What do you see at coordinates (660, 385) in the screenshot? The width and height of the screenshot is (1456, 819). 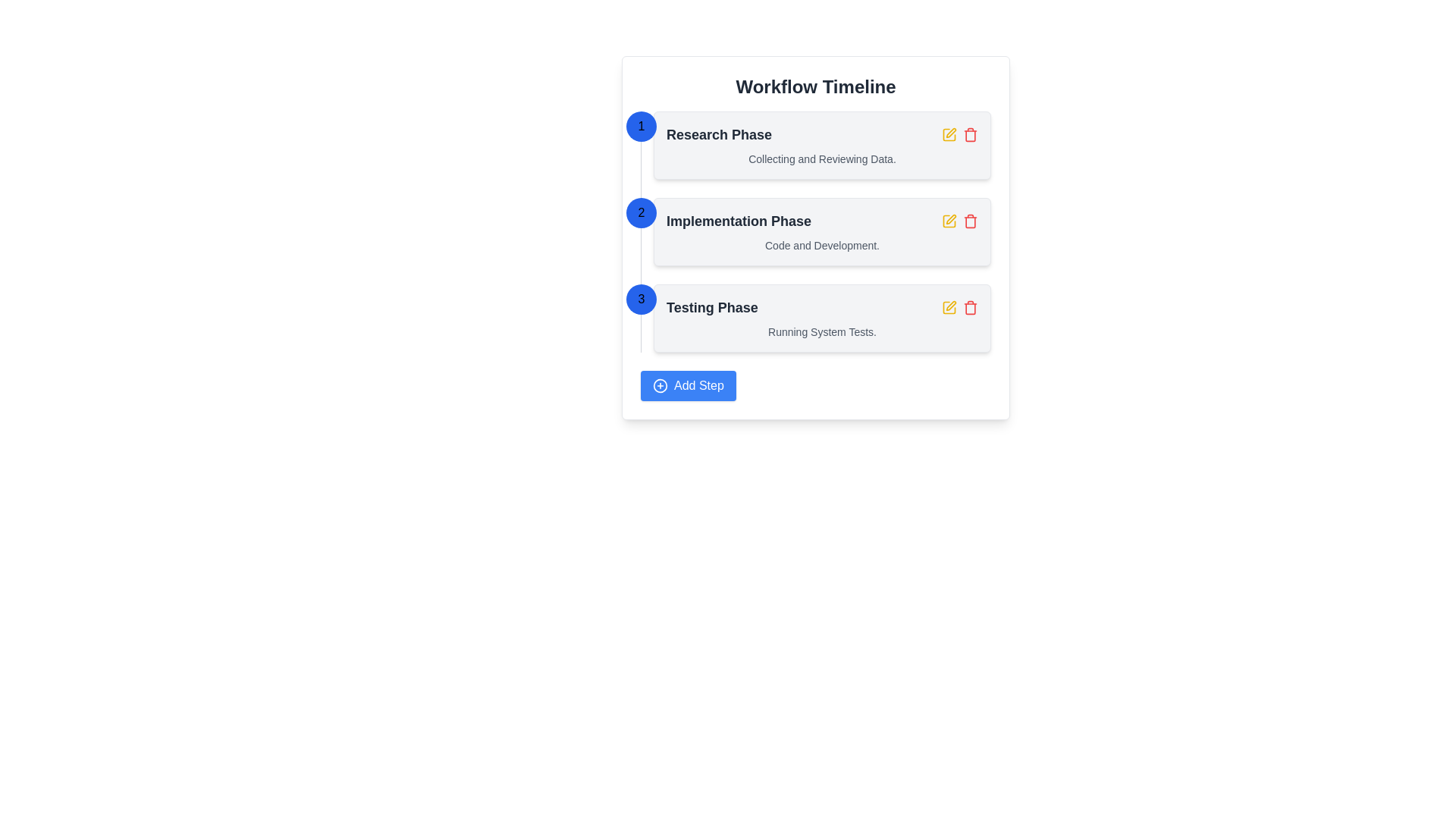 I see `the circular blue icon with a white plus symbol inside the 'Add Step' button located at the bottom-left of the workflow card` at bounding box center [660, 385].